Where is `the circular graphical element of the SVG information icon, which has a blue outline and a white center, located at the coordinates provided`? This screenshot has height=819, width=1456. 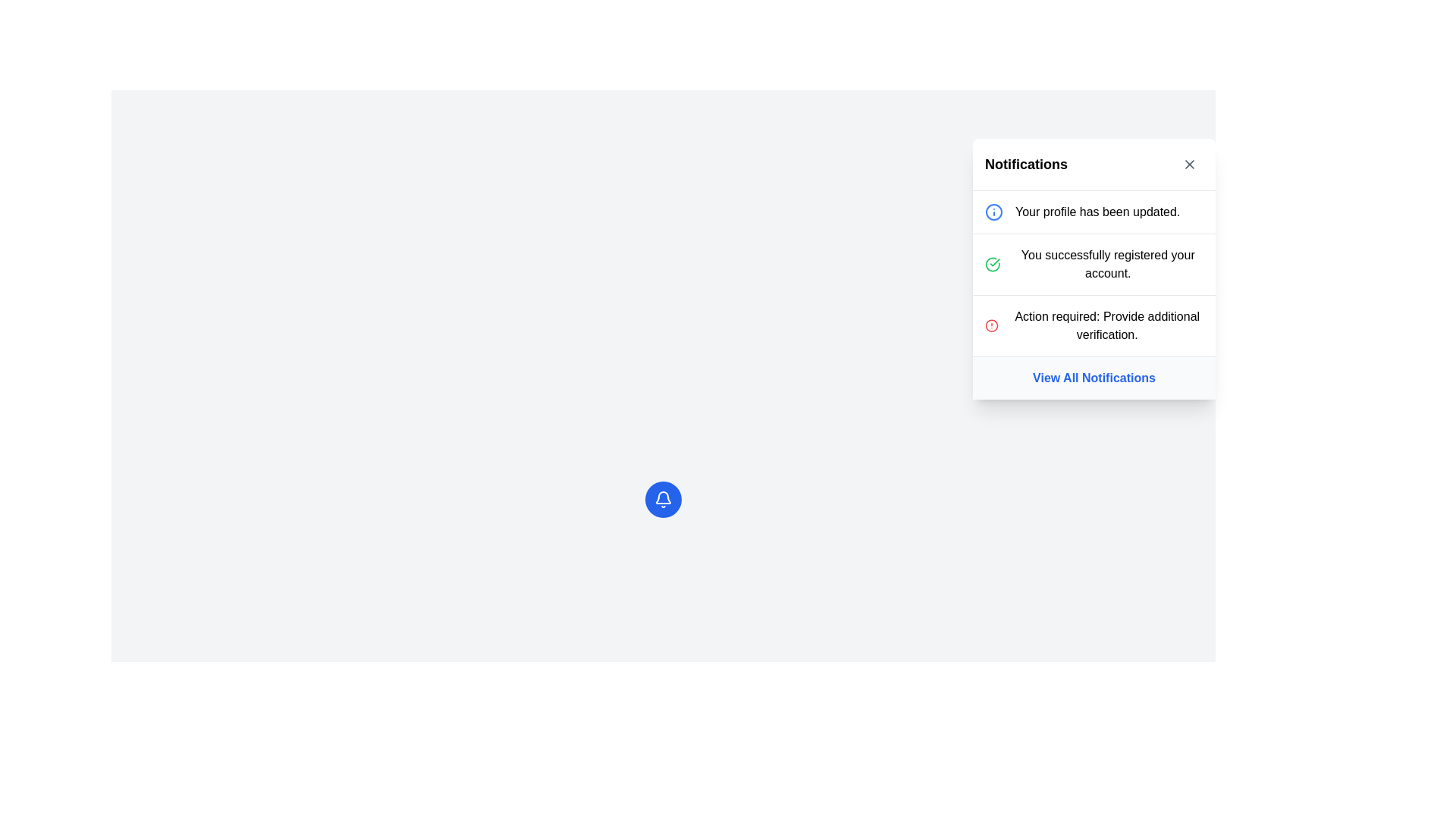
the circular graphical element of the SVG information icon, which has a blue outline and a white center, located at the coordinates provided is located at coordinates (993, 212).